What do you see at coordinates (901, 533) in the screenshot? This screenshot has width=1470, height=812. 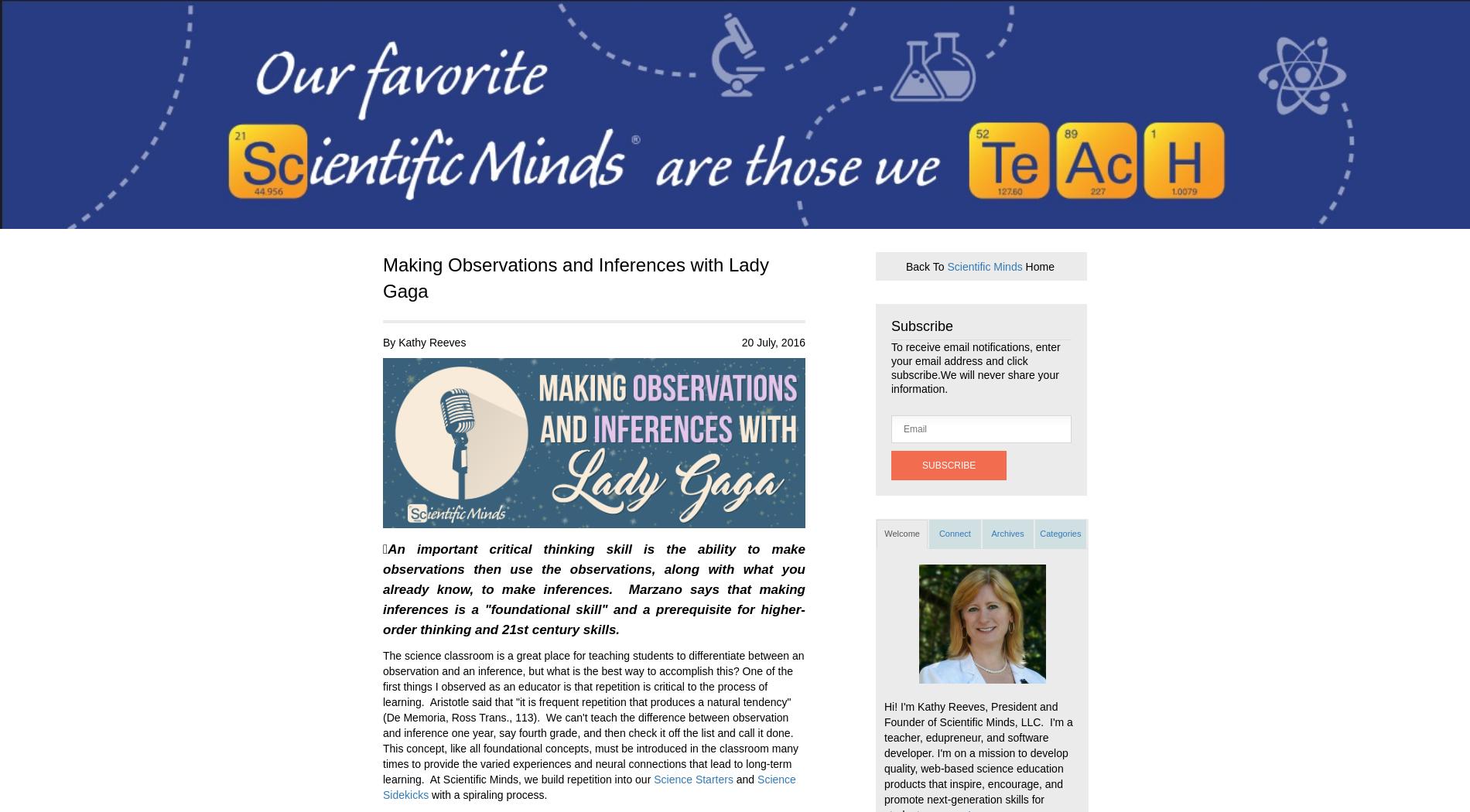 I see `'Welcome'` at bounding box center [901, 533].